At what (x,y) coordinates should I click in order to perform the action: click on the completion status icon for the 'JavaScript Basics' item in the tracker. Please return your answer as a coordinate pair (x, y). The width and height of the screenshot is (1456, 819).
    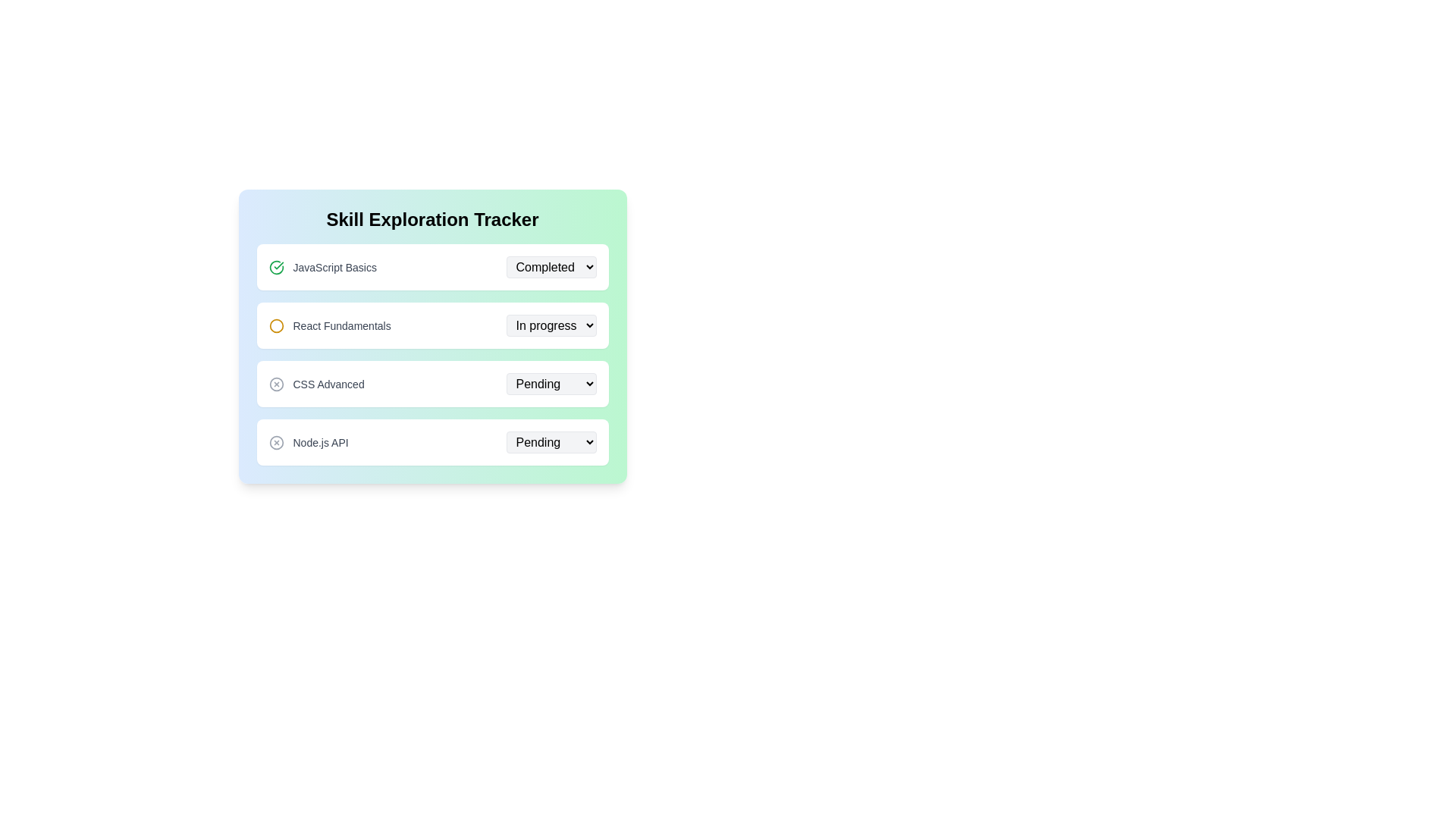
    Looking at the image, I should click on (276, 266).